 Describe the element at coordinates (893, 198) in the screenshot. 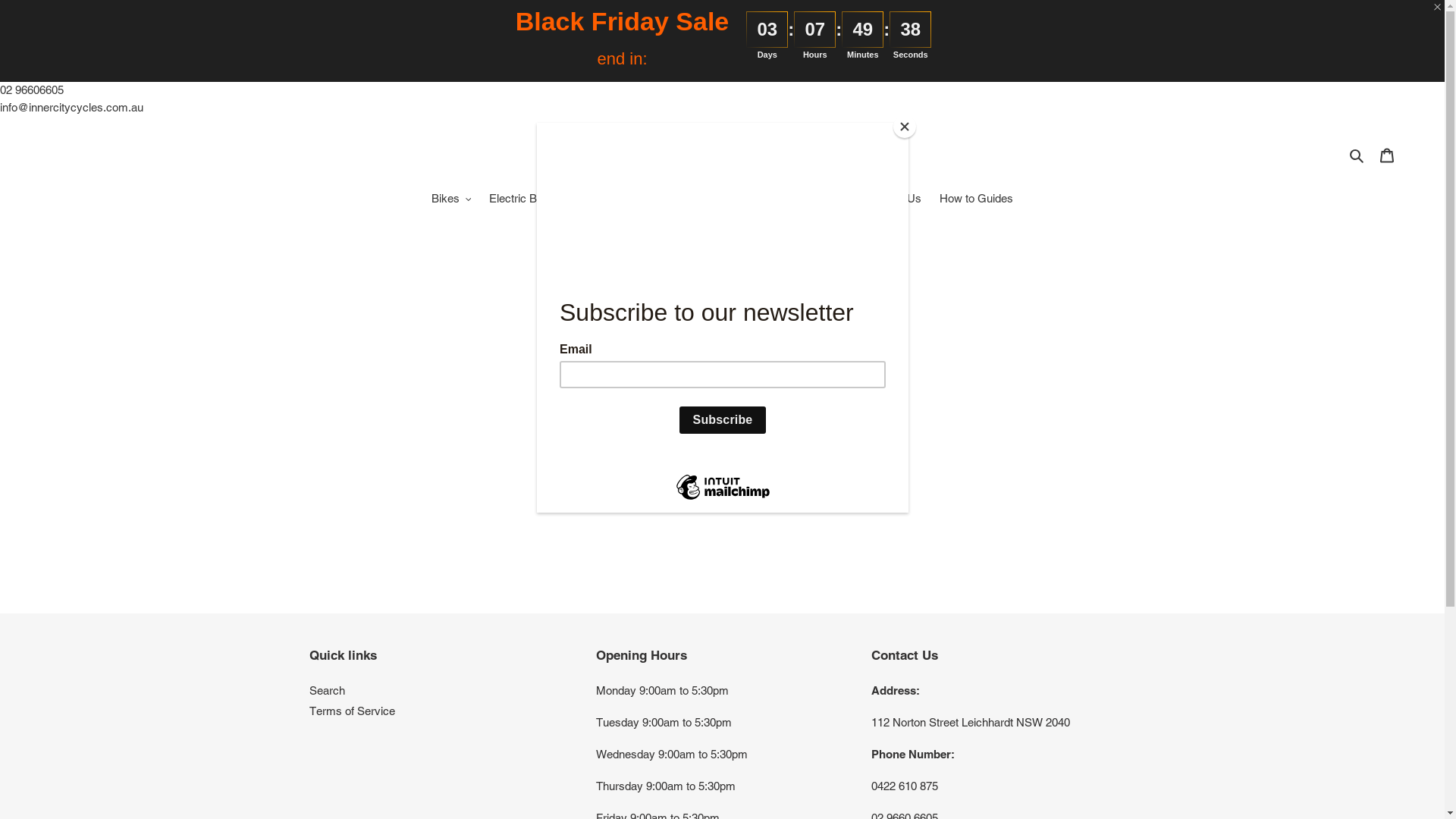

I see `'Contact Us'` at that location.